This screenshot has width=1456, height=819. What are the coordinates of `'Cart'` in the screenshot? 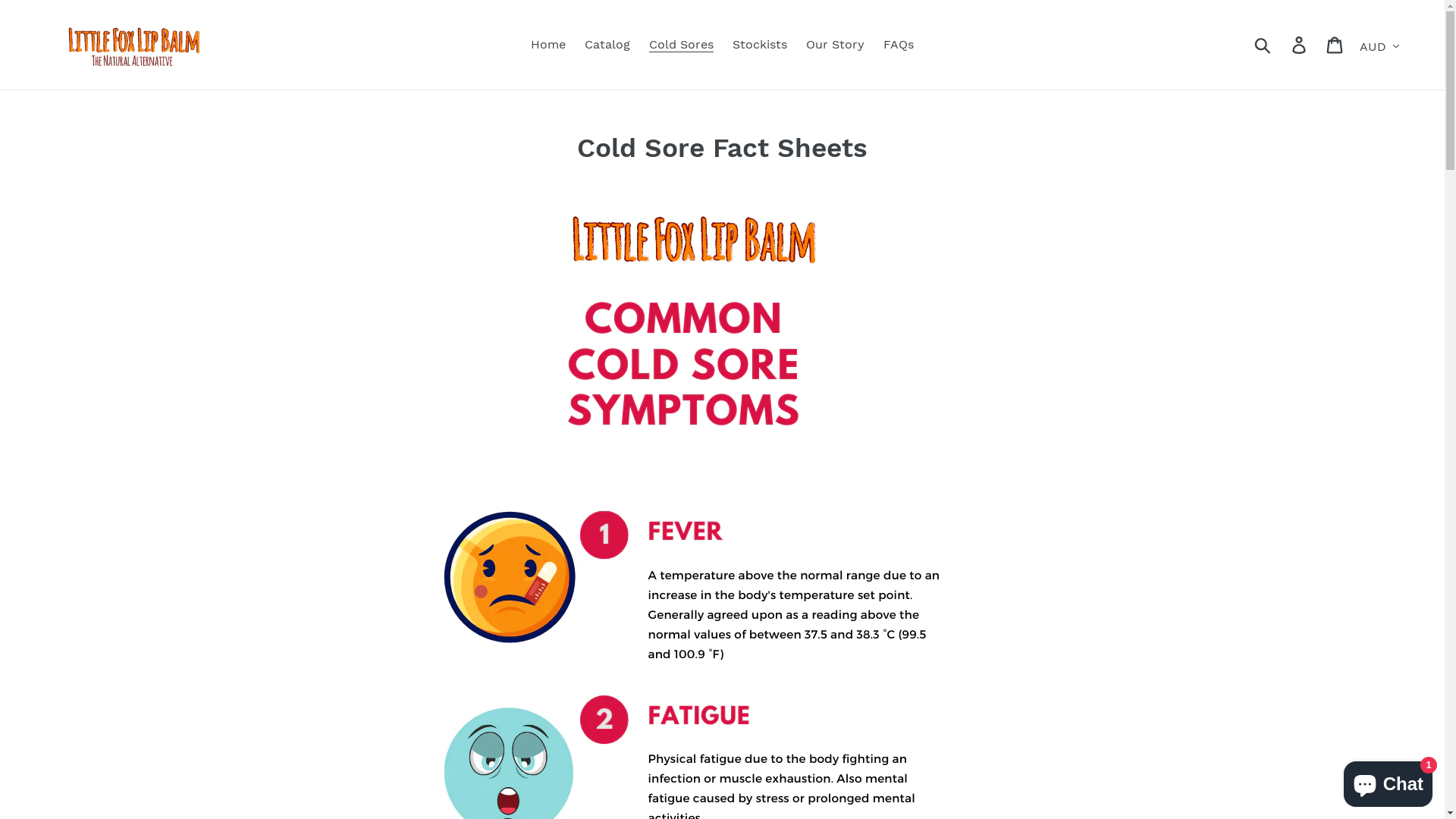 It's located at (1335, 44).